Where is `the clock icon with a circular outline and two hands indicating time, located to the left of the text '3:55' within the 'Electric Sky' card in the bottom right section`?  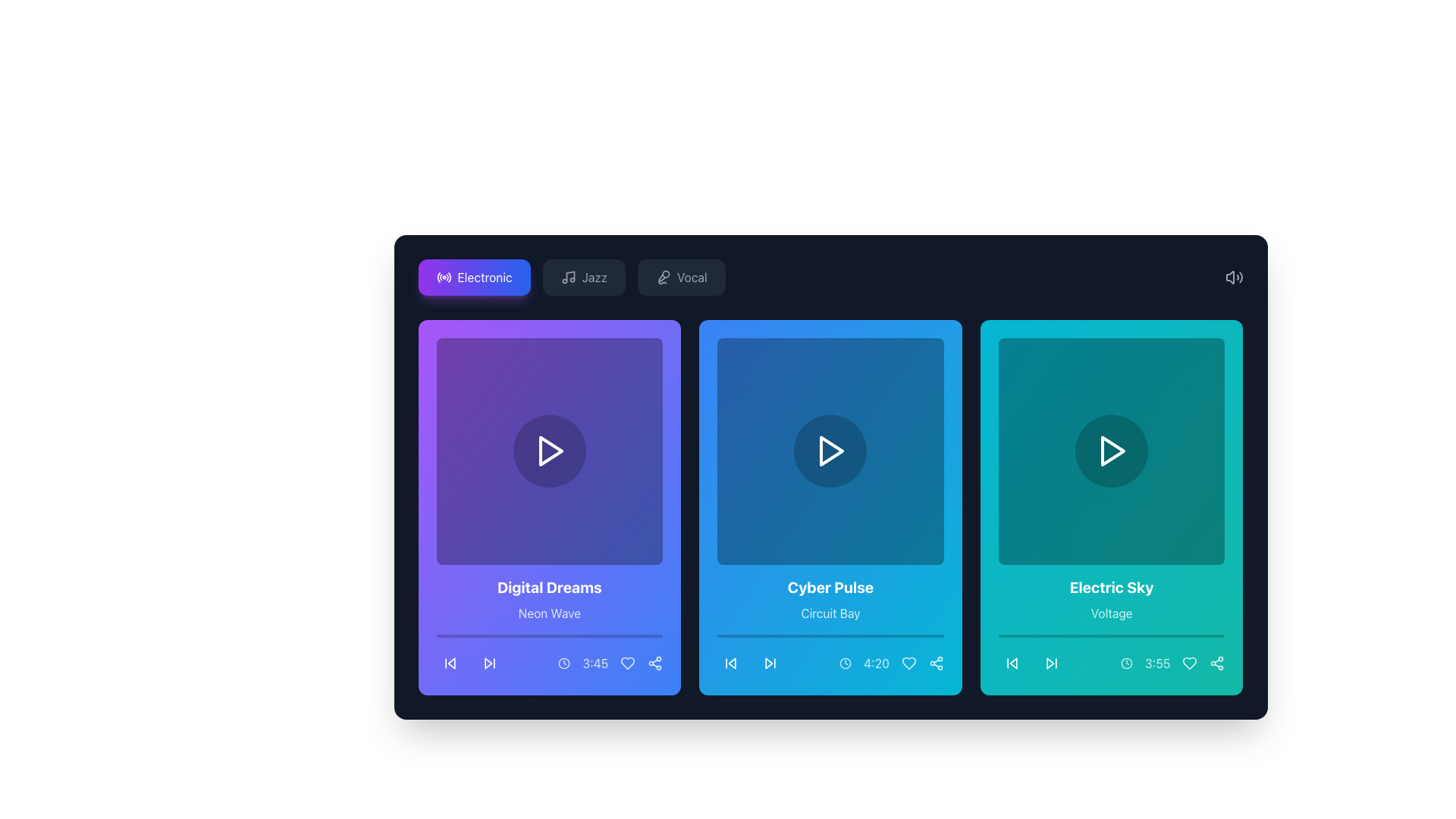 the clock icon with a circular outline and two hands indicating time, located to the left of the text '3:55' within the 'Electric Sky' card in the bottom right section is located at coordinates (1126, 662).